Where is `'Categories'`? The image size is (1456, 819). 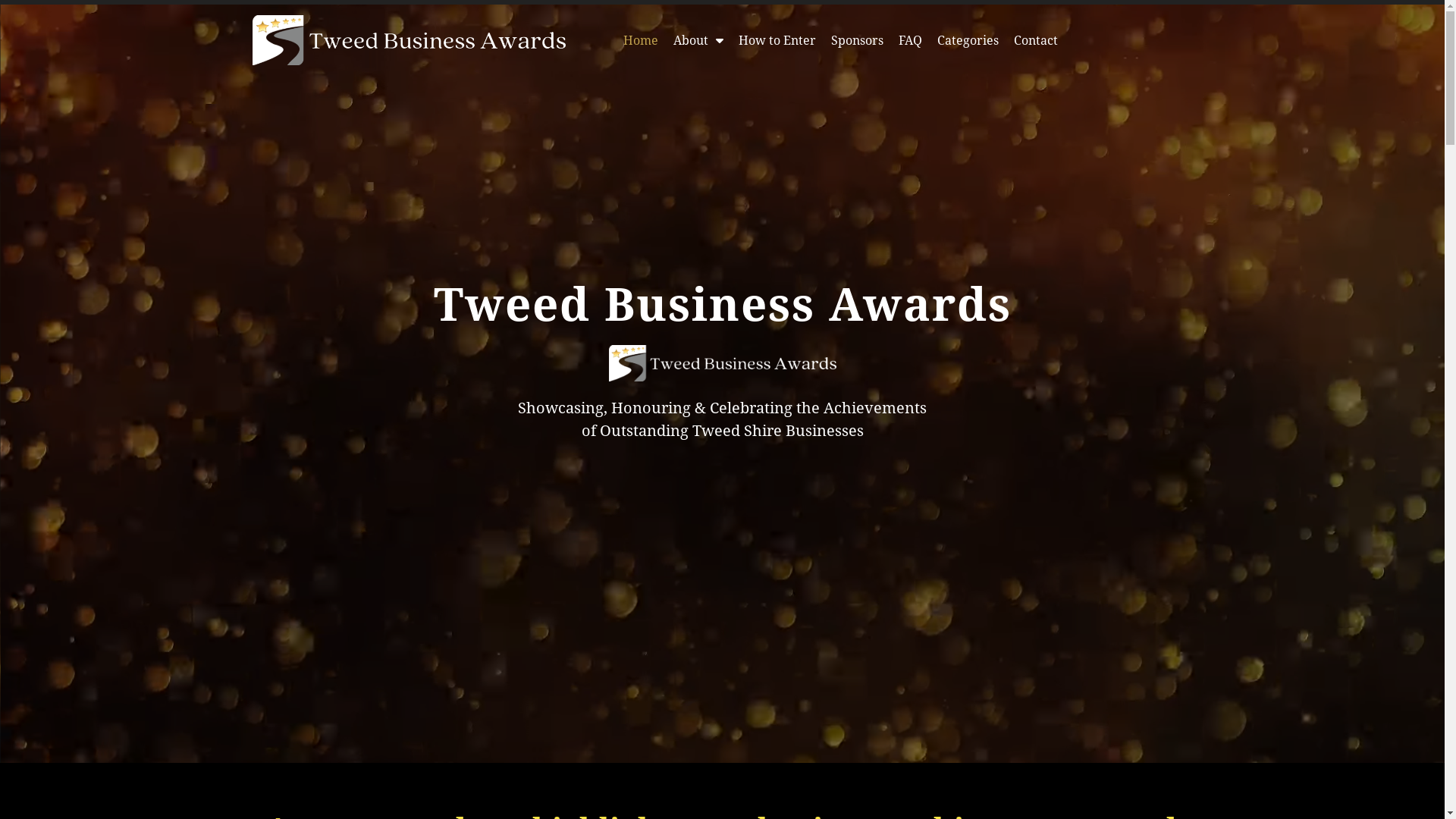 'Categories' is located at coordinates (967, 39).